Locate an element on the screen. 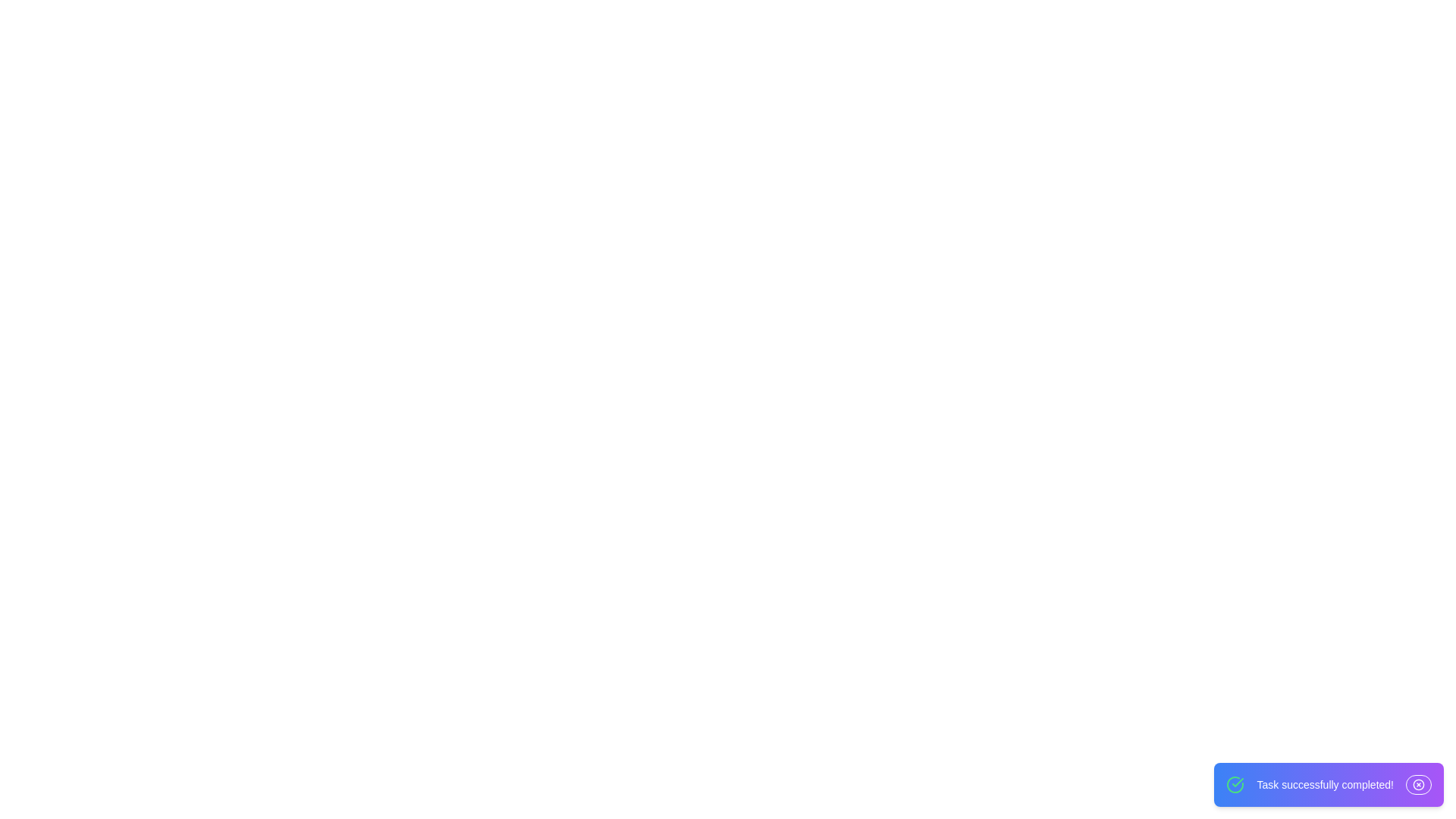  the dismiss button located at the bottom-right corner of the interface is located at coordinates (1418, 784).